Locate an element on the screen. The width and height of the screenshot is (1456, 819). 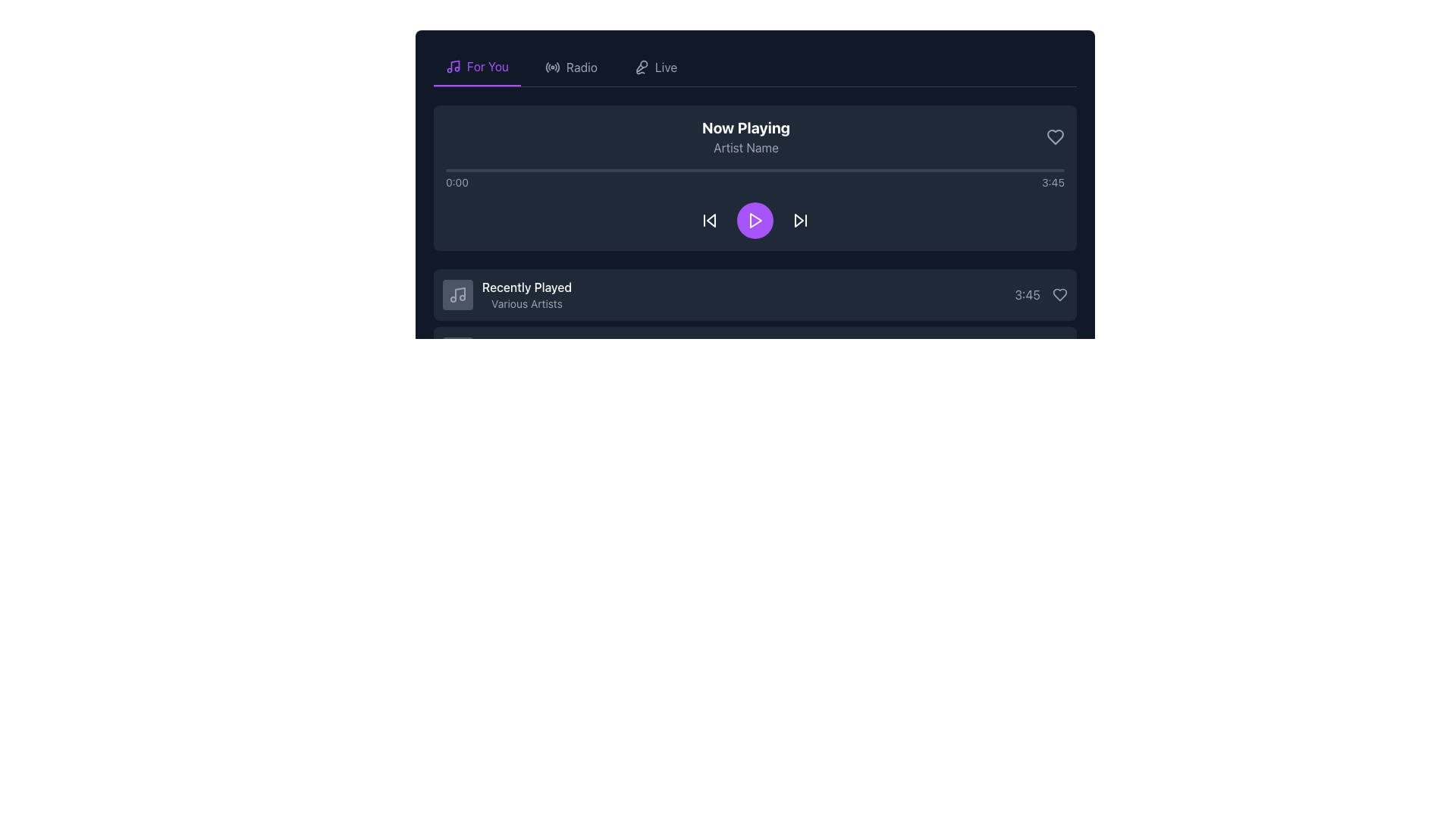
the left-pointing triangular arrow icon button to skip to the previous track, which is located in the playback control section adjacent to the central play button is located at coordinates (710, 220).